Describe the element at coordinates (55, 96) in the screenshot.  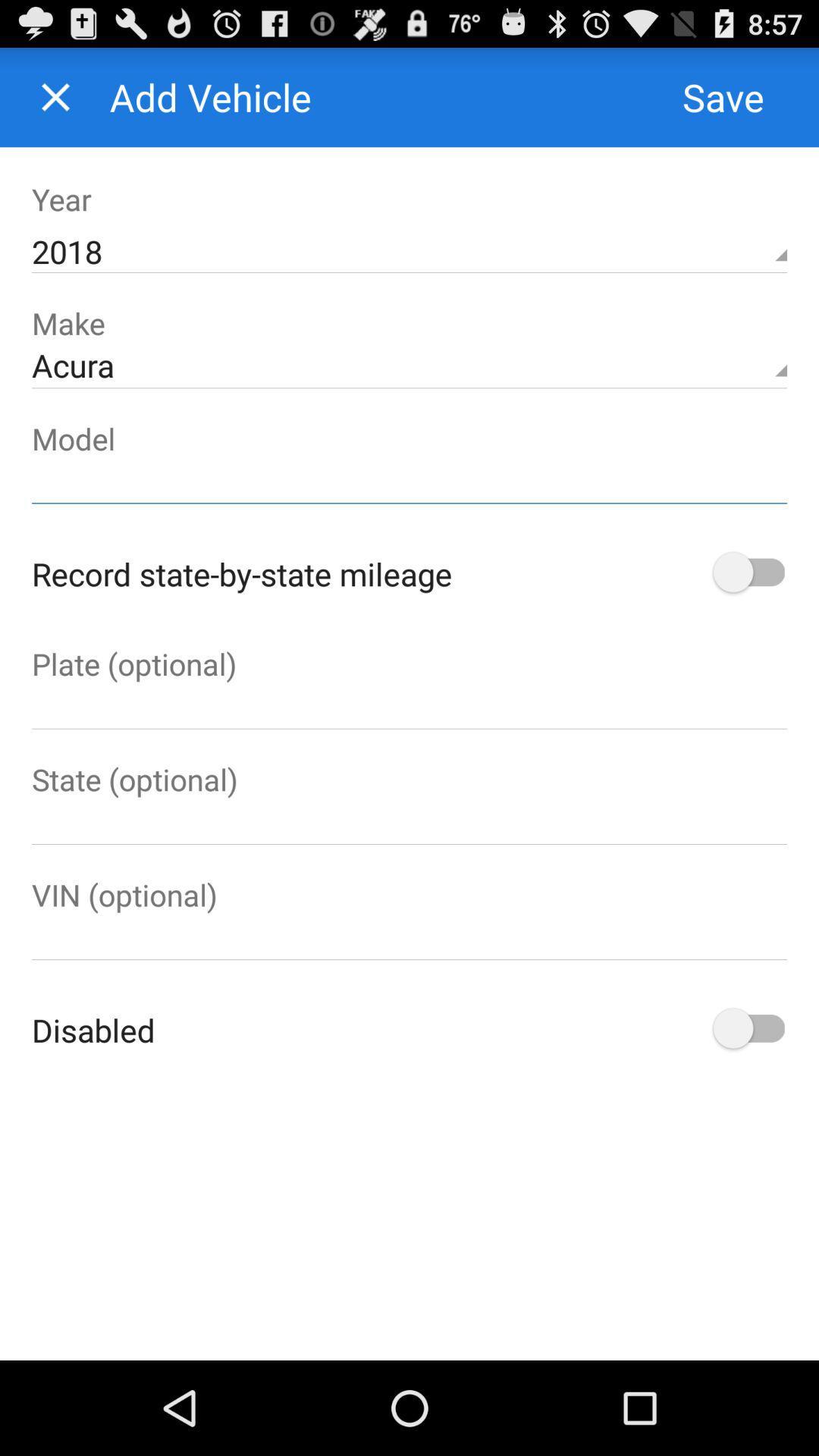
I see `window` at that location.